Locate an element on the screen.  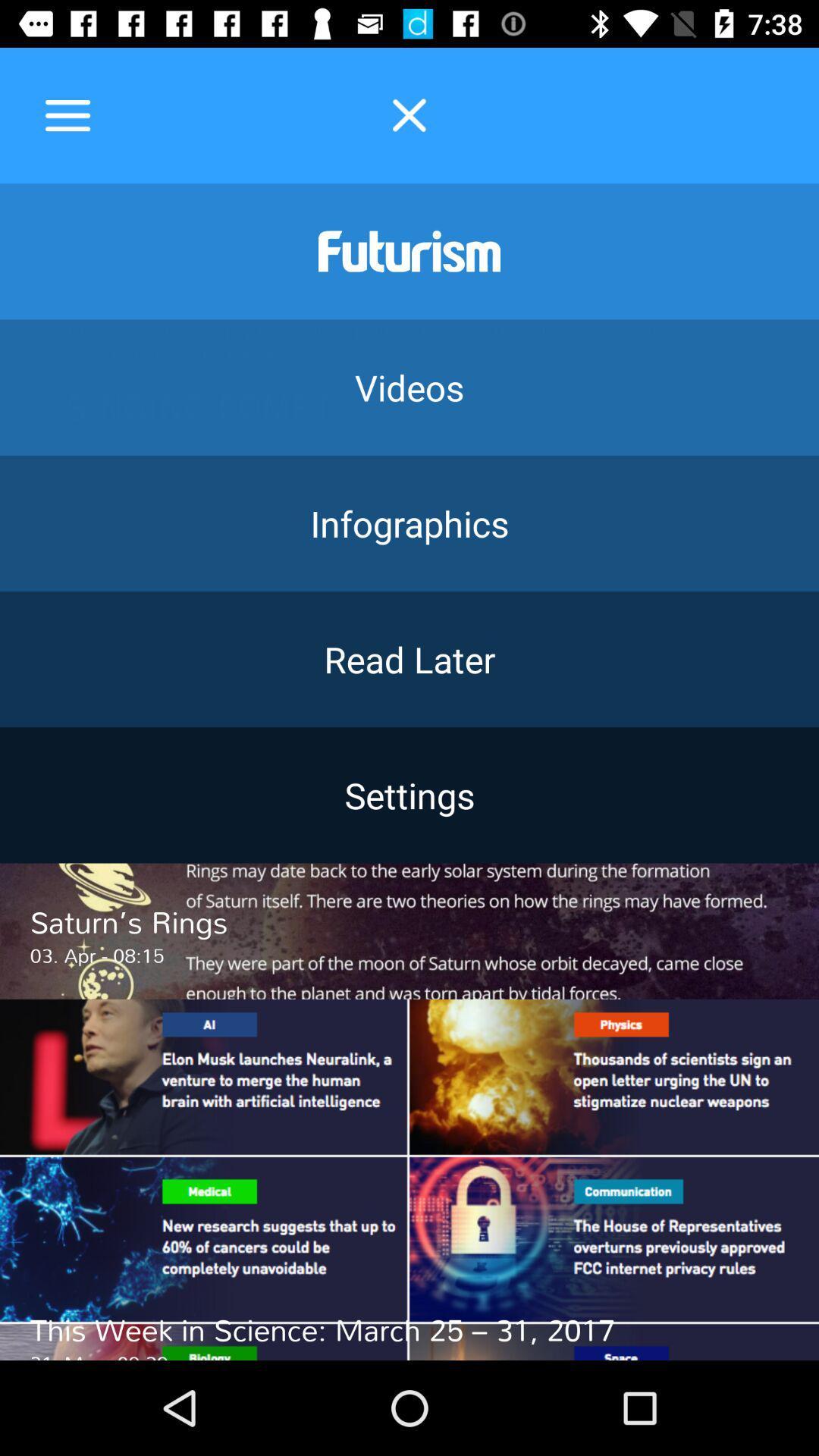
the close icon is located at coordinates (409, 115).